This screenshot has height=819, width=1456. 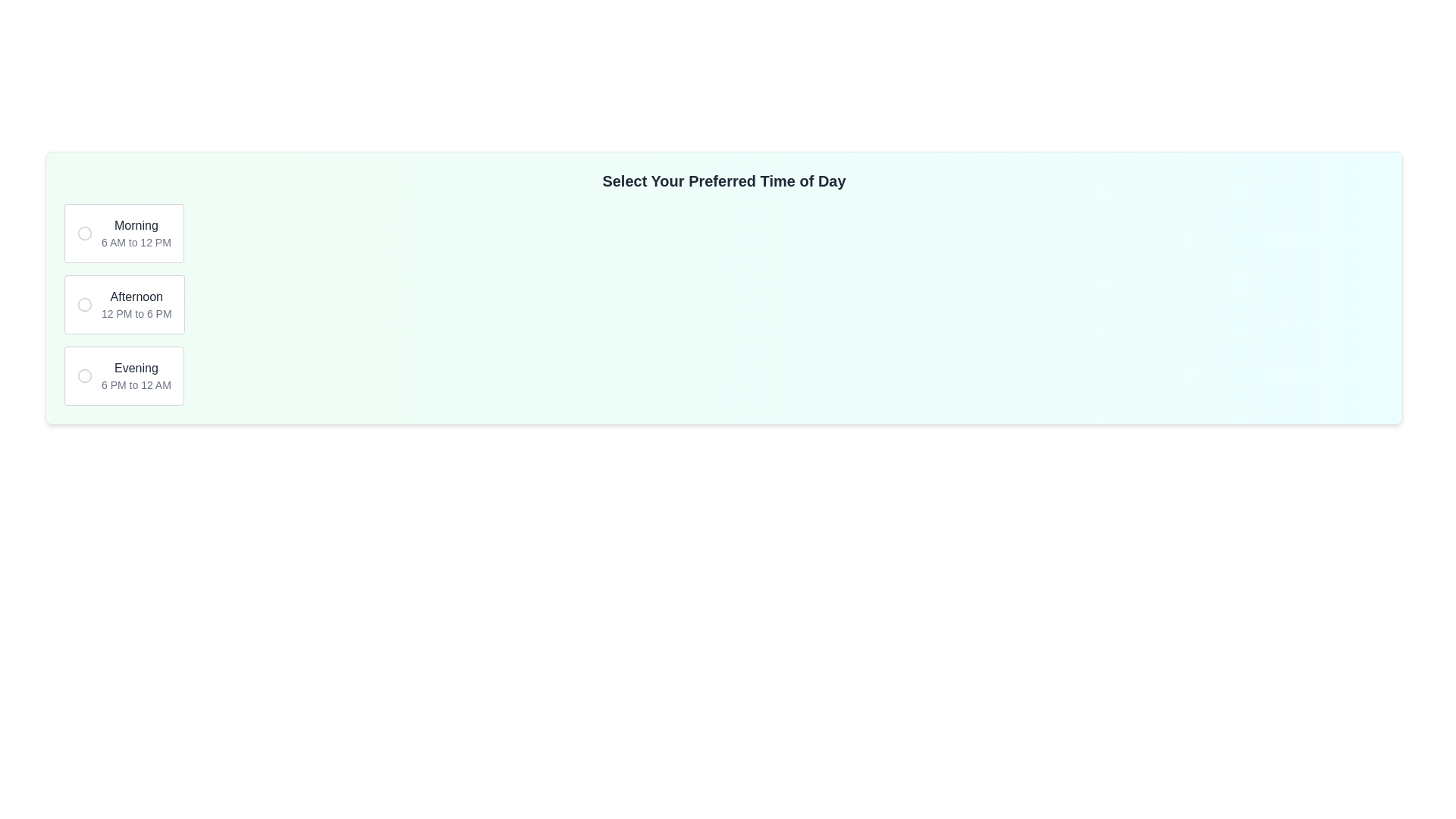 I want to click on text from the text label displaying '6 AM to 12 PM', which is styled in small gray font and positioned below the label 'Morning', so click(x=136, y=242).